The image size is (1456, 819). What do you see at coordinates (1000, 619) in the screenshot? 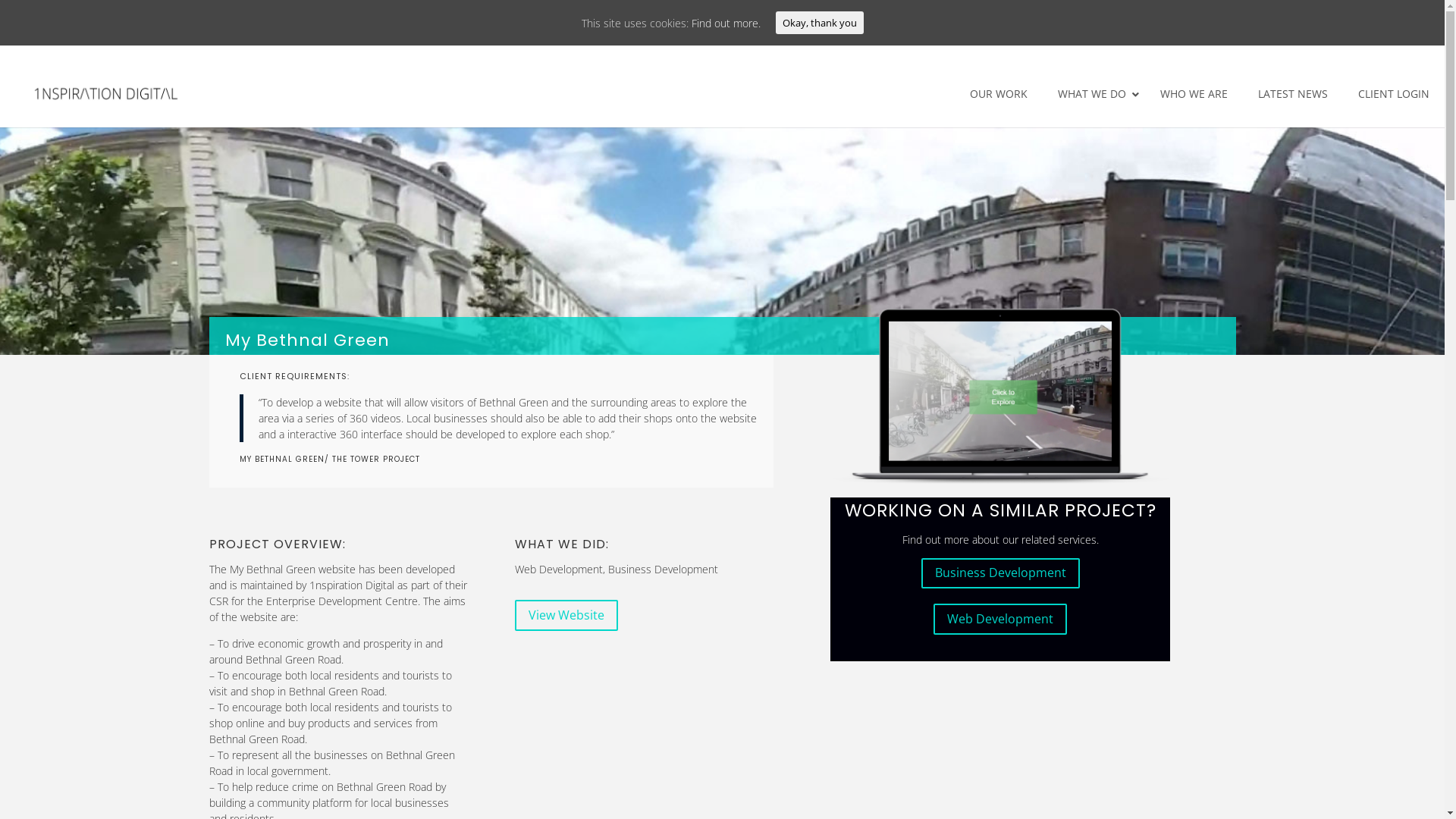
I see `'Web Development'` at bounding box center [1000, 619].